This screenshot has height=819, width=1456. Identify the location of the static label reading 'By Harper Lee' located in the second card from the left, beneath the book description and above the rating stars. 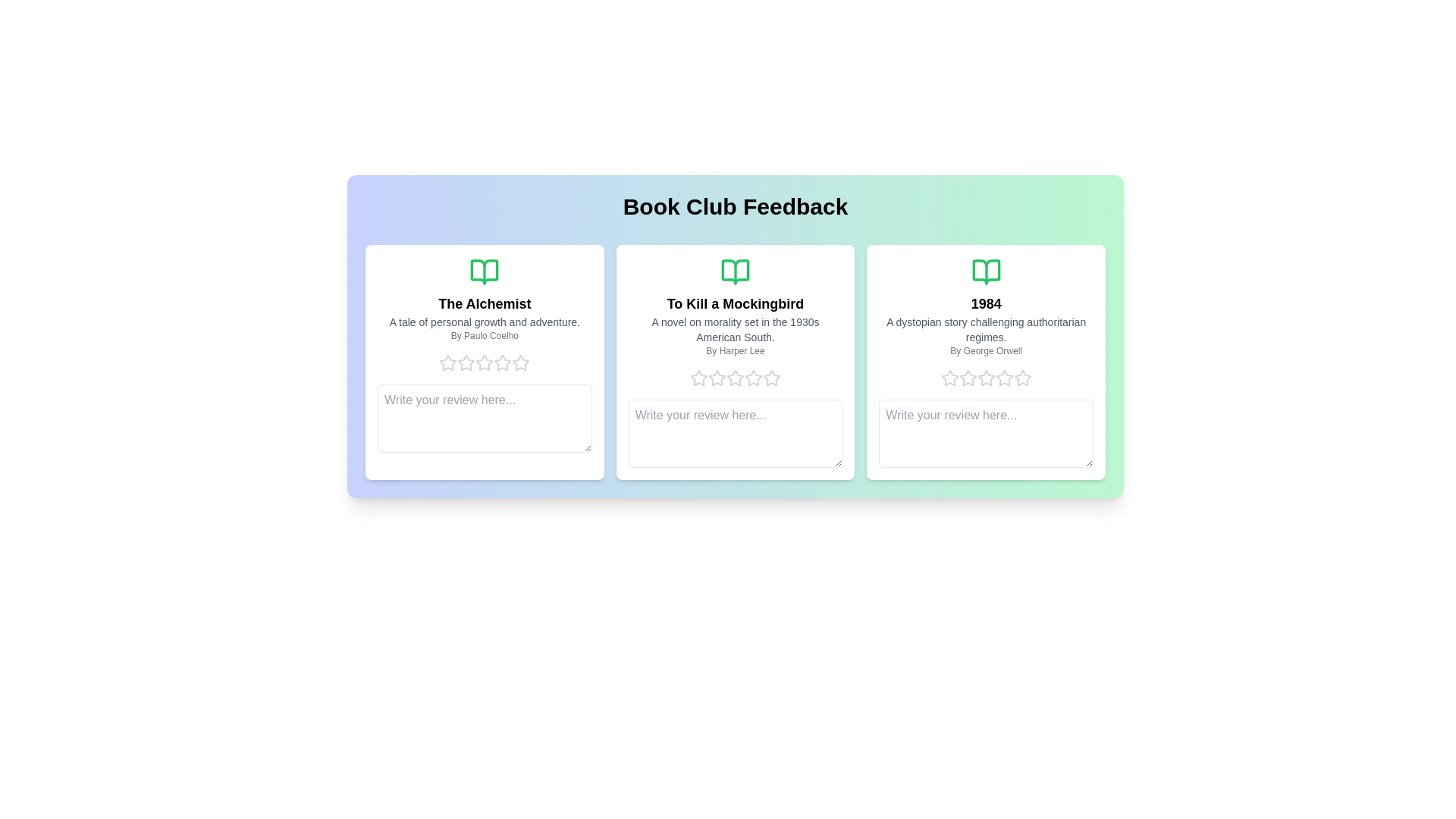
(735, 350).